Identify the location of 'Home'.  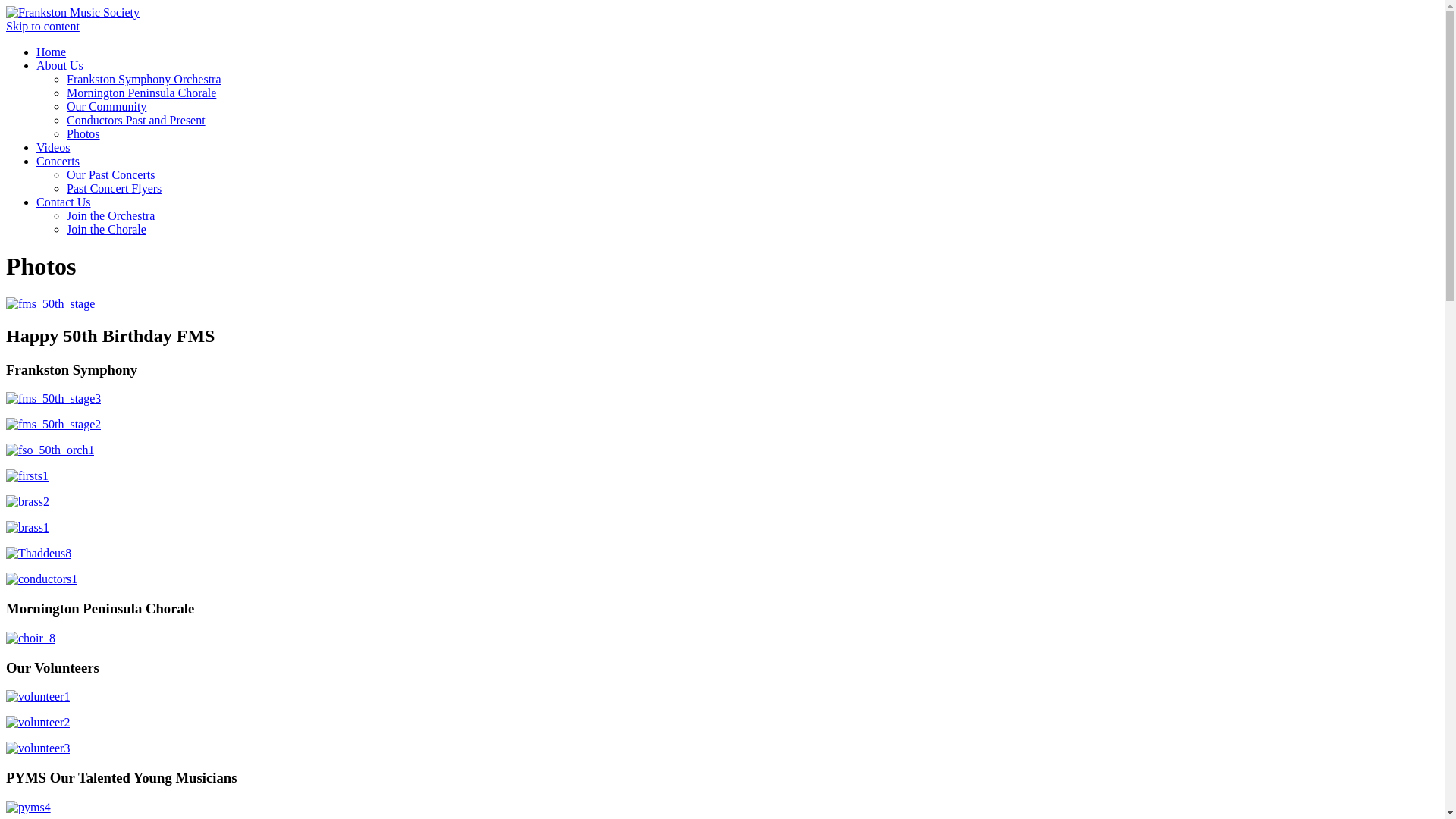
(36, 51).